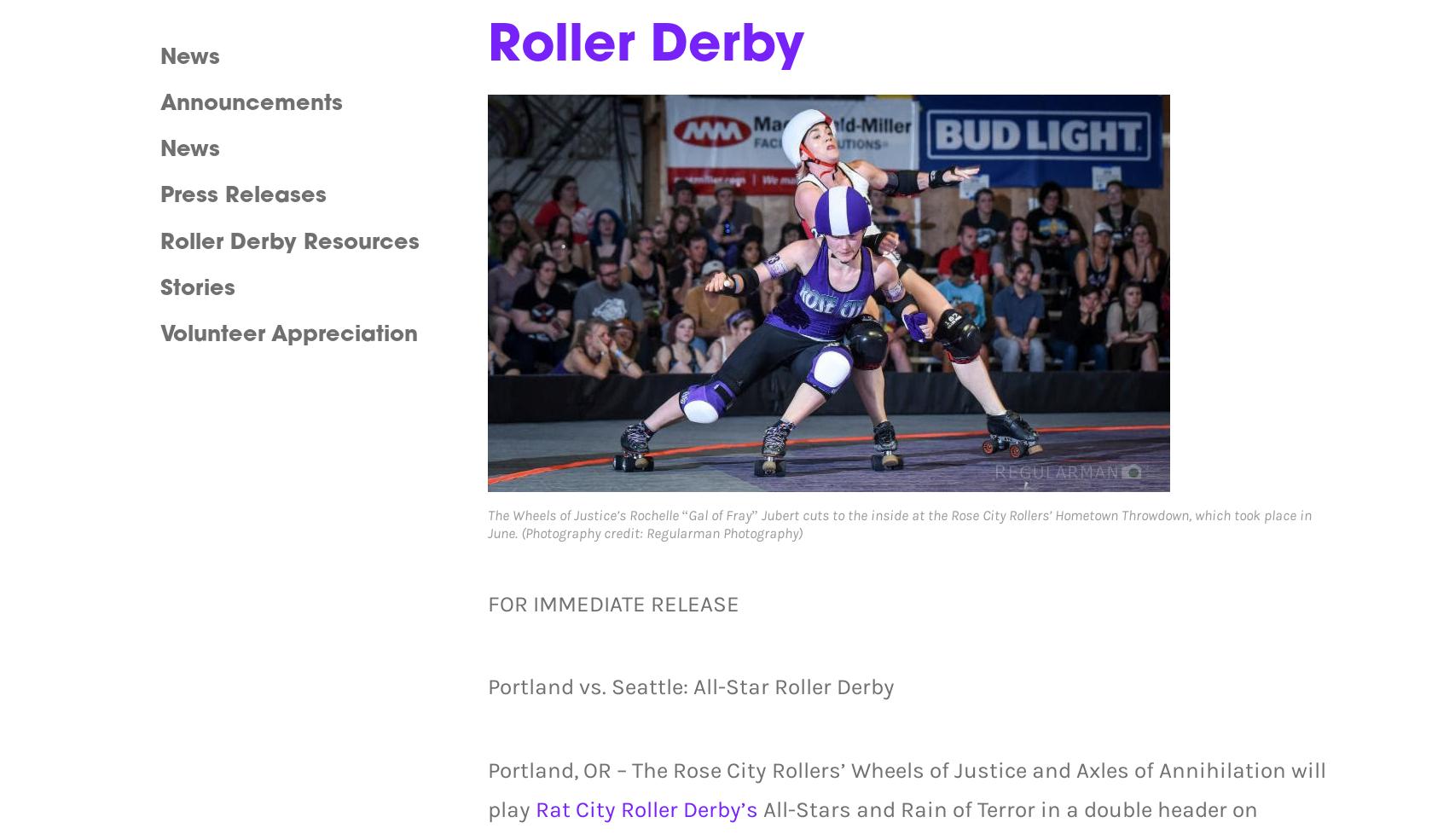 The image size is (1455, 840). What do you see at coordinates (533, 808) in the screenshot?
I see `'Rat City Roller Derby’s'` at bounding box center [533, 808].